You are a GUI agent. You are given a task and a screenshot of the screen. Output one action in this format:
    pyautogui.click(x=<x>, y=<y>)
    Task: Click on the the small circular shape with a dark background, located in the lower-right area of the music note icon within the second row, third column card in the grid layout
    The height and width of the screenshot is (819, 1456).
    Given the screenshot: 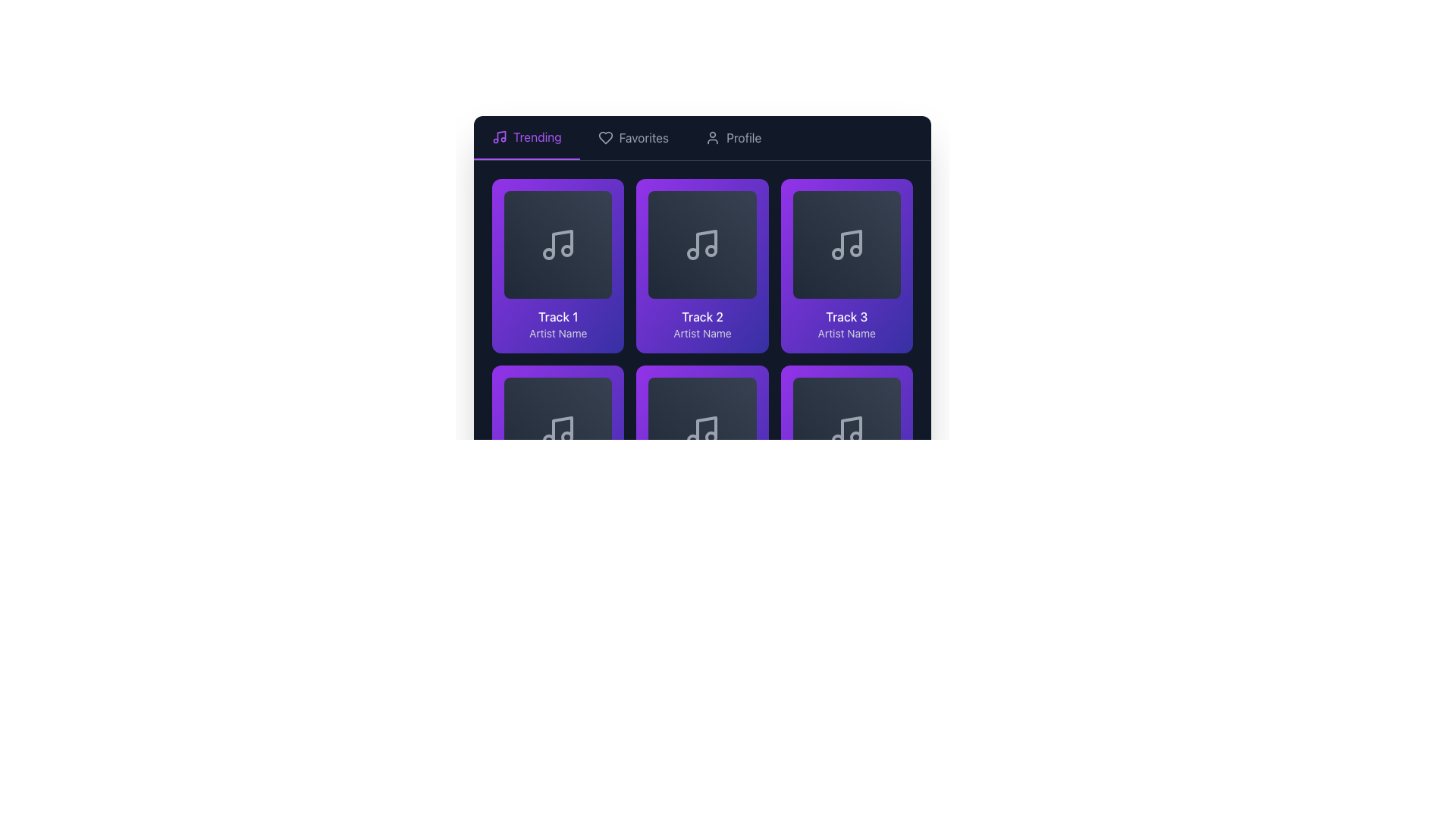 What is the action you would take?
    pyautogui.click(x=711, y=438)
    